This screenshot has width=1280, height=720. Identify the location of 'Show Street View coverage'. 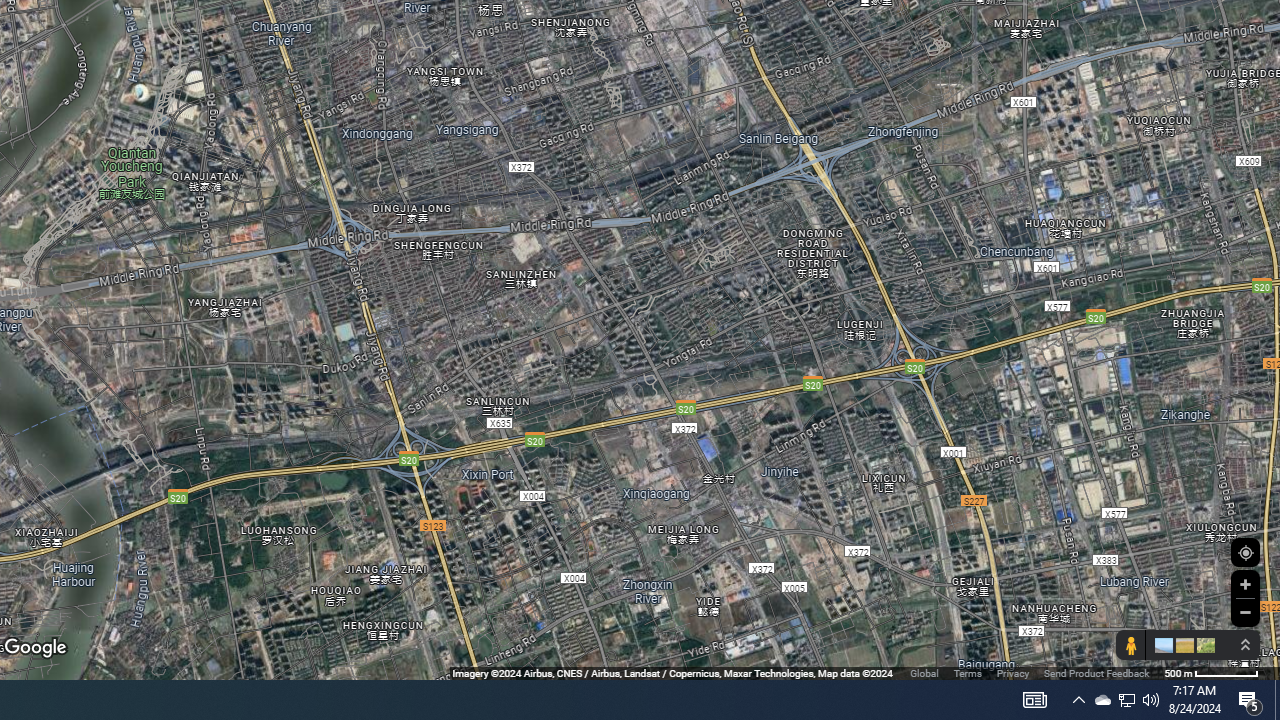
(1130, 645).